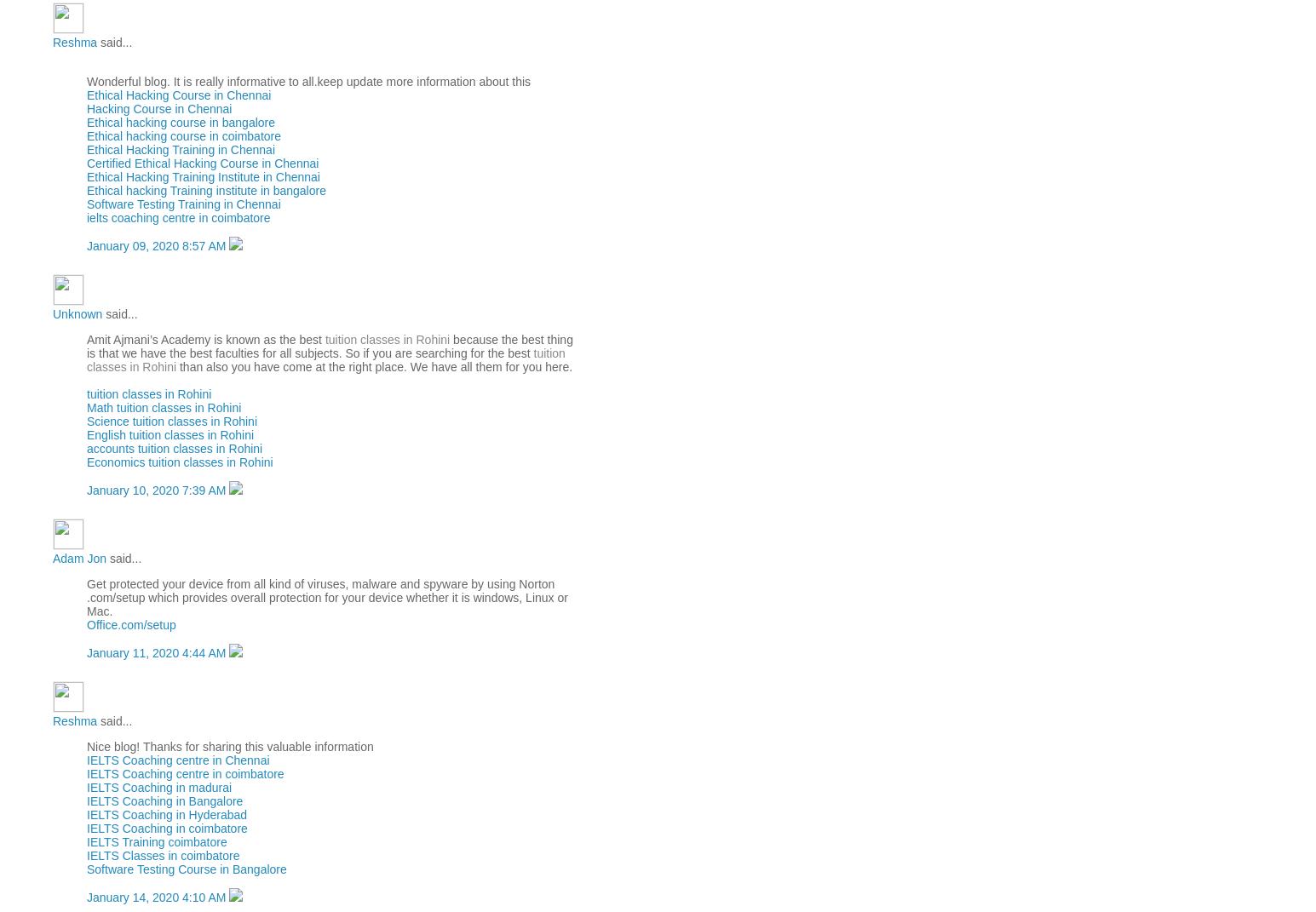  What do you see at coordinates (329, 346) in the screenshot?
I see `'because the best thing is that we have the best faculties for all subjects. So if you are searching for the best'` at bounding box center [329, 346].